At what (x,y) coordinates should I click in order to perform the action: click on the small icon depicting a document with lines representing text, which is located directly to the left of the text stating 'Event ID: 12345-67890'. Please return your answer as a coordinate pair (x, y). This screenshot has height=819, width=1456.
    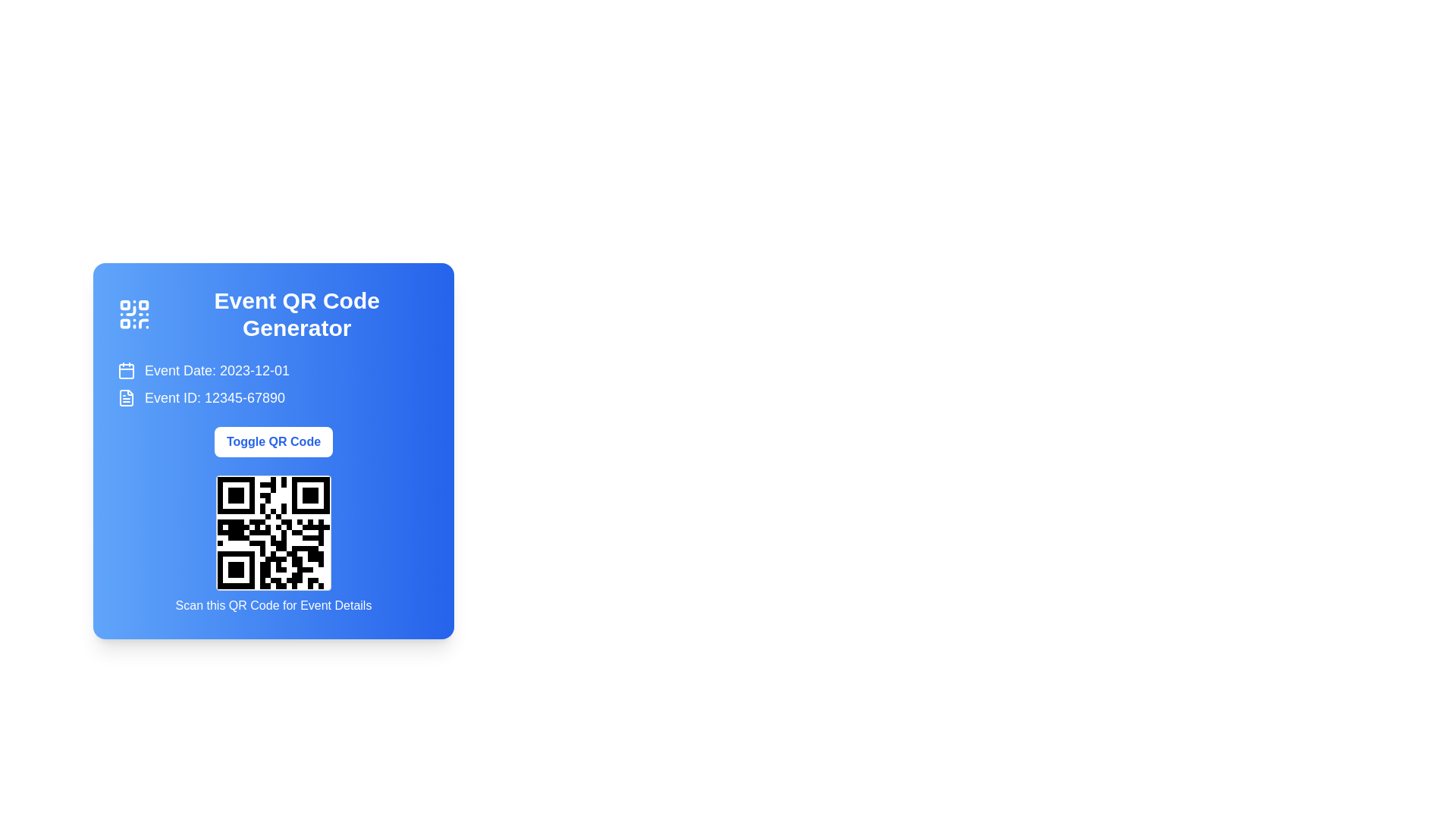
    Looking at the image, I should click on (127, 397).